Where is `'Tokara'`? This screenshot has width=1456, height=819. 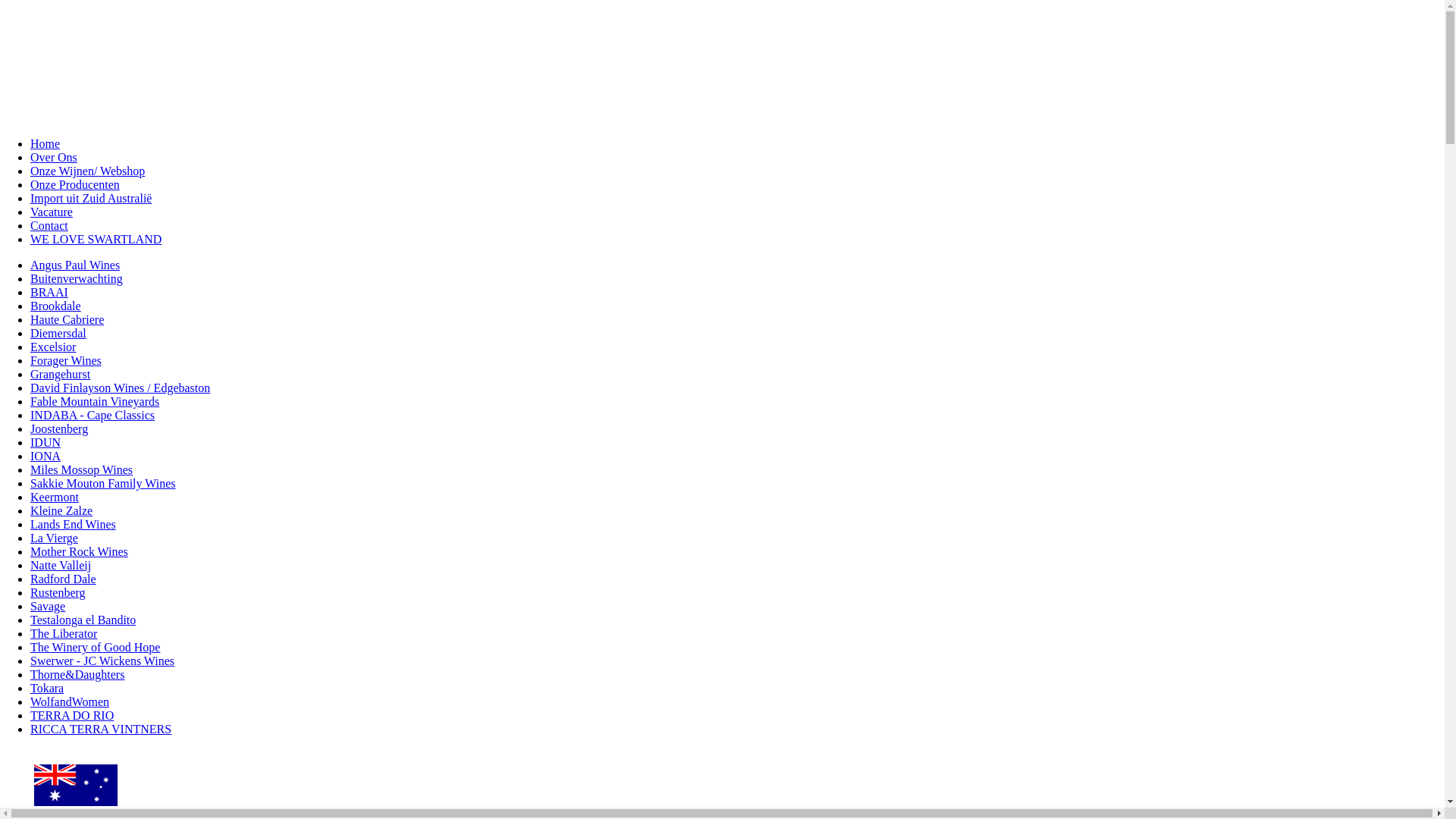 'Tokara' is located at coordinates (47, 688).